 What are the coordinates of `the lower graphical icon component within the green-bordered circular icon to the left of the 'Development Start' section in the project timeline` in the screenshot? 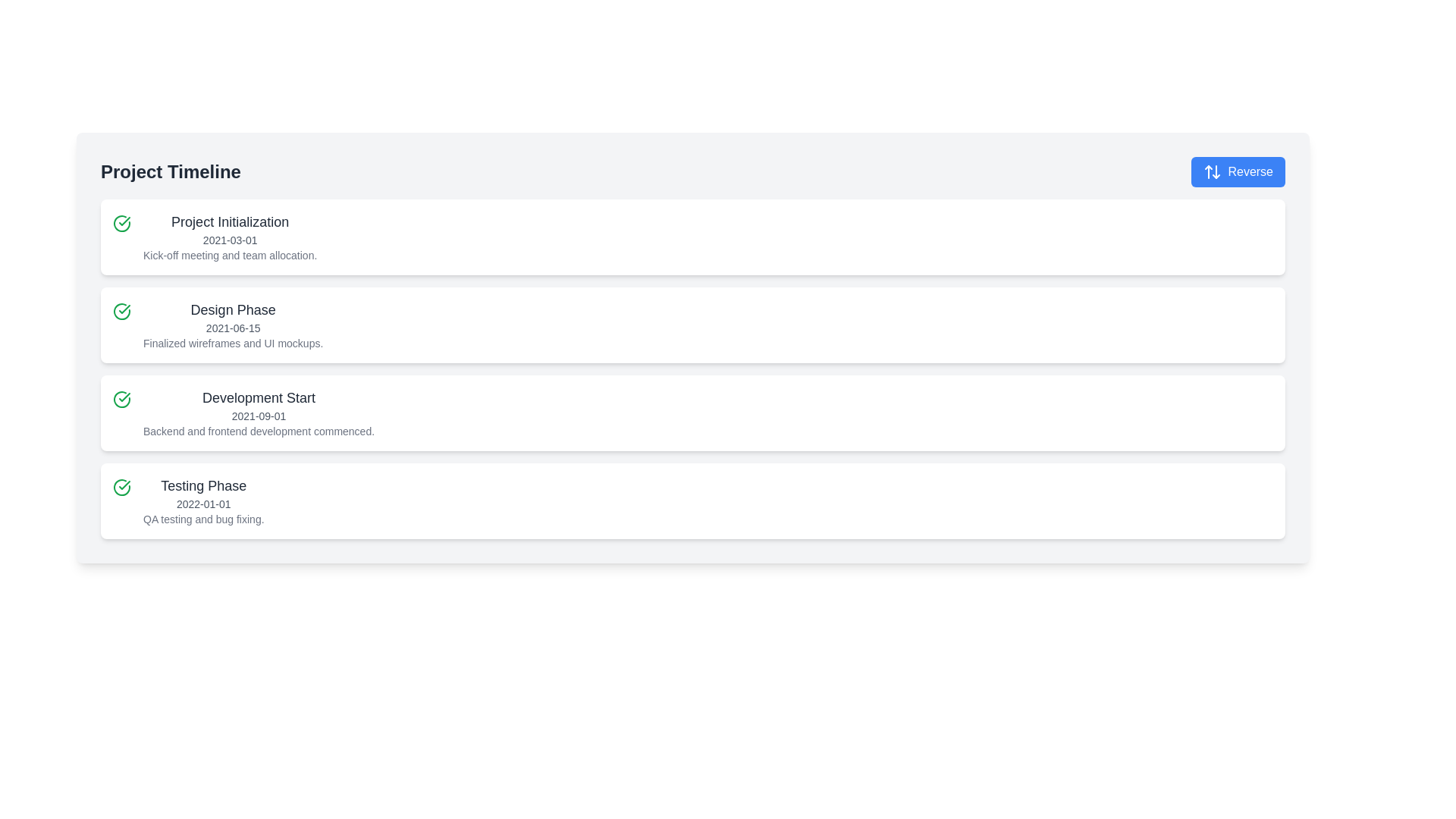 It's located at (124, 397).